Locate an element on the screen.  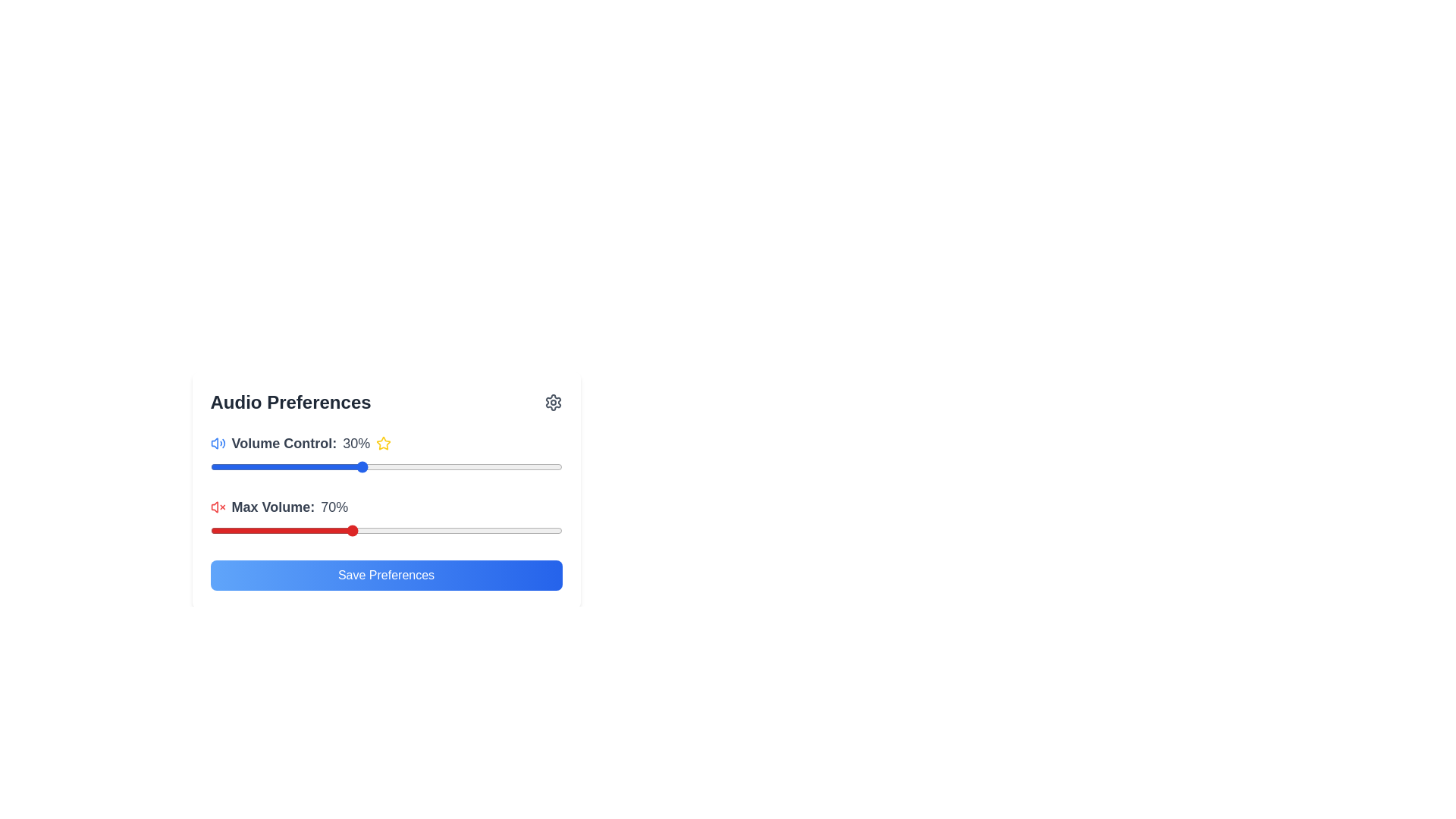
value displayed in the text label showing '30%' next to the 'Volume Control:' label in the 'Audio Preferences' section is located at coordinates (356, 444).